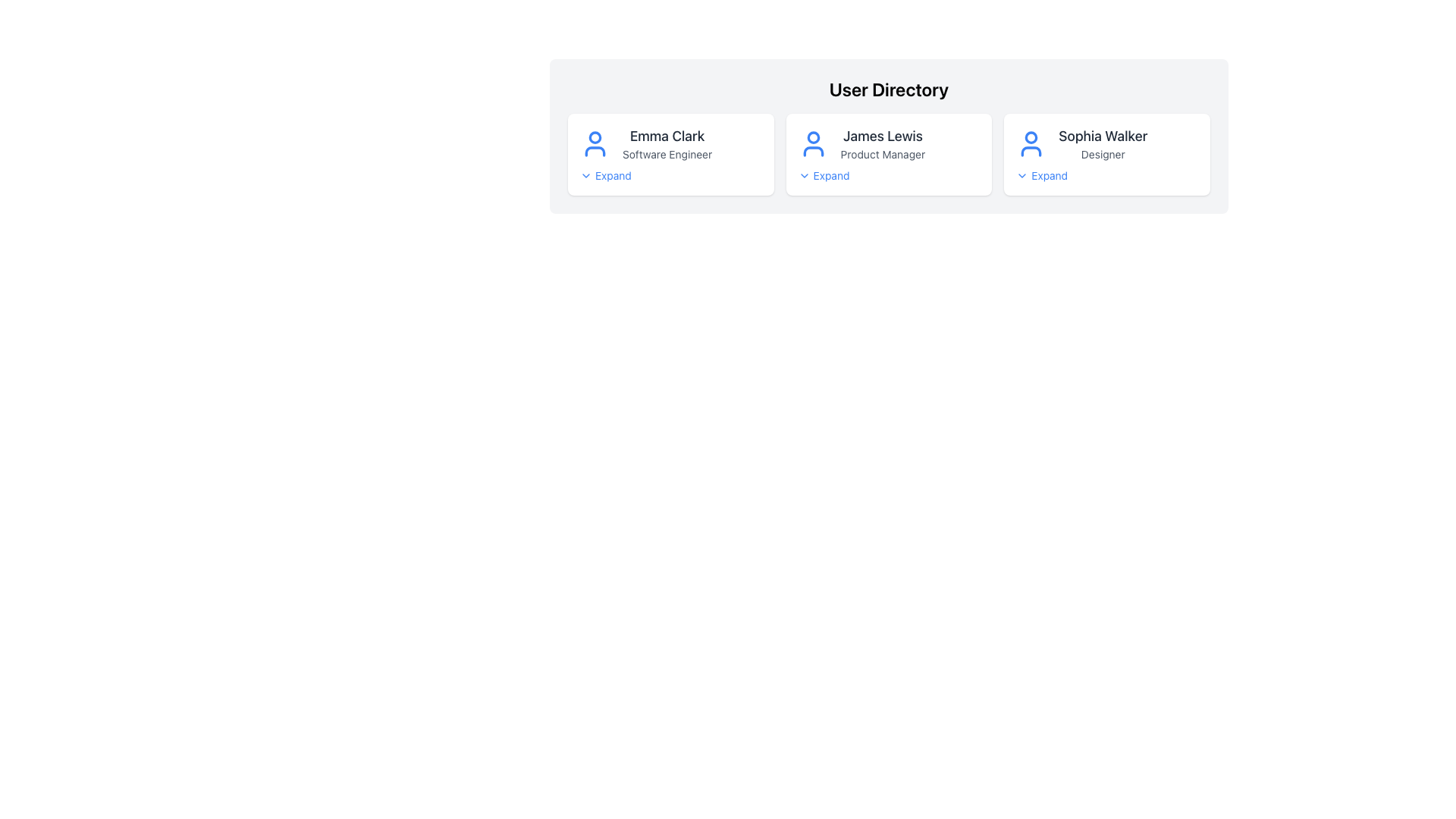  Describe the element at coordinates (883, 155) in the screenshot. I see `the text label displaying 'Product Manager', which is styled in a smaller font size and soft gray color, positioned below 'James Lewis' in the User Directory layout` at that location.